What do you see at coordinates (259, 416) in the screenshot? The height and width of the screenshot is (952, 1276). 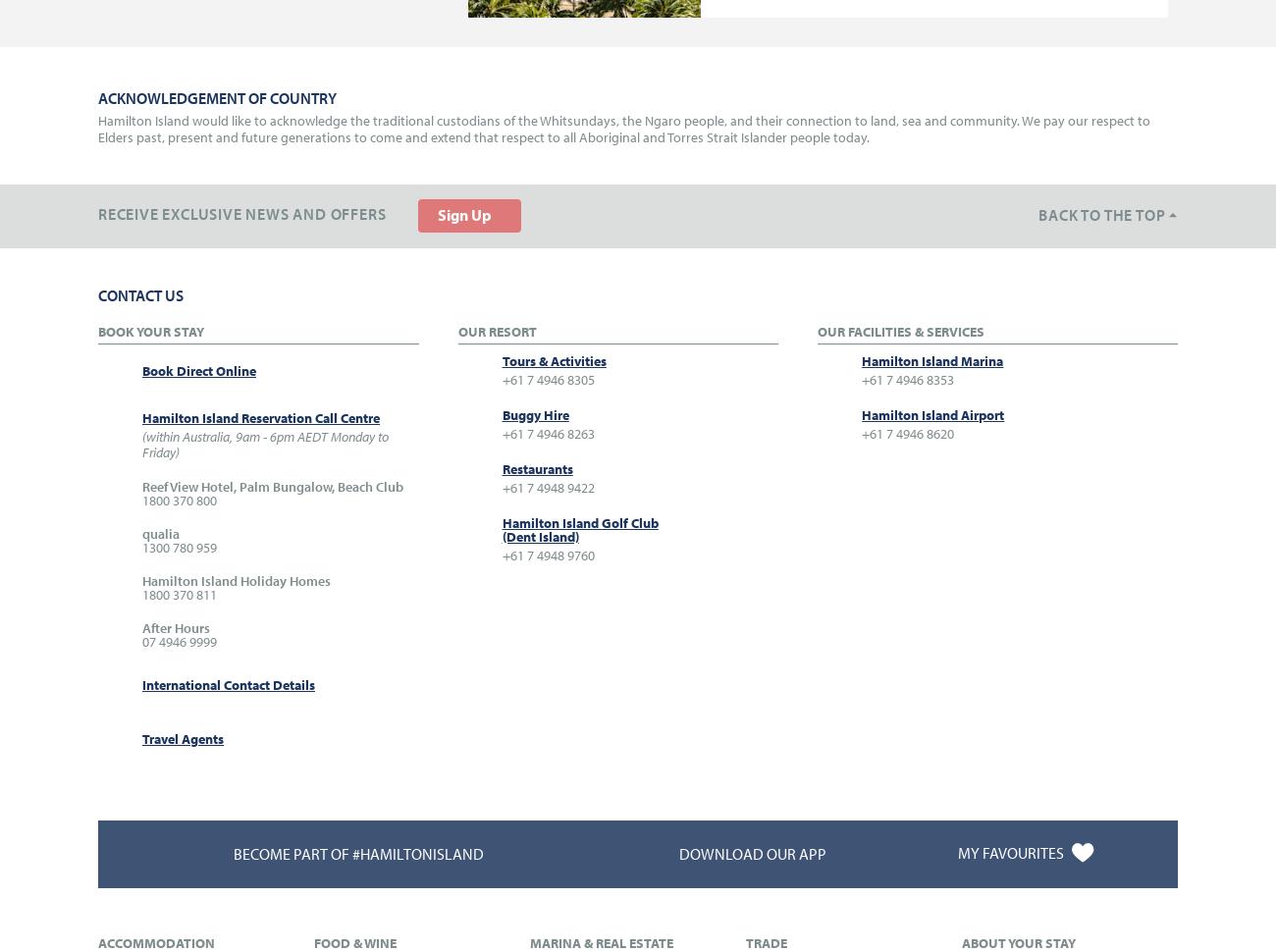 I see `'Hamilton Island Reservation Call Centre'` at bounding box center [259, 416].